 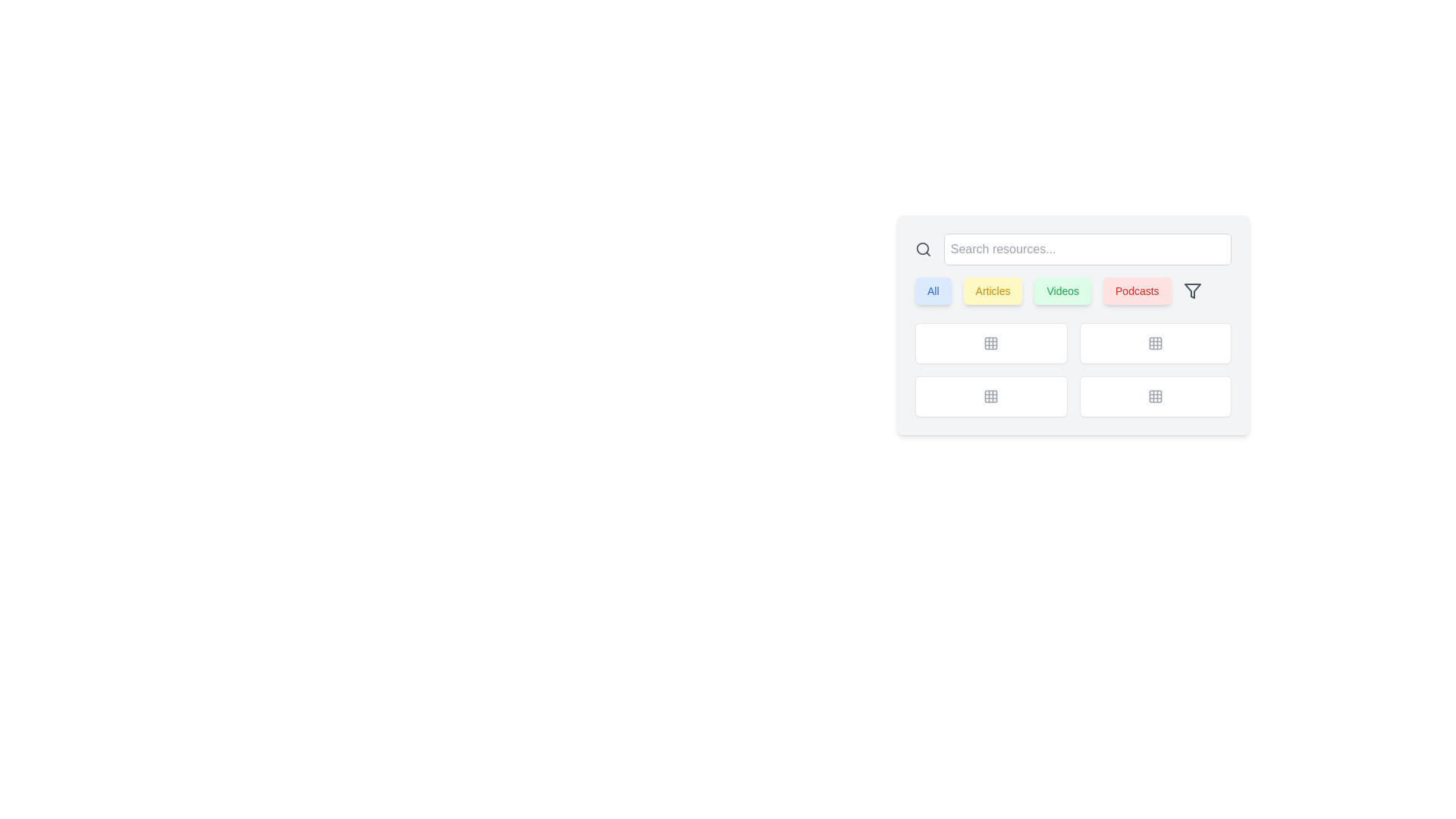 I want to click on the filter tool icon located at the top-right corner of the group of labeled buttons ('All', 'Articles', 'Videos', and 'Podcasts'), so click(x=1191, y=291).